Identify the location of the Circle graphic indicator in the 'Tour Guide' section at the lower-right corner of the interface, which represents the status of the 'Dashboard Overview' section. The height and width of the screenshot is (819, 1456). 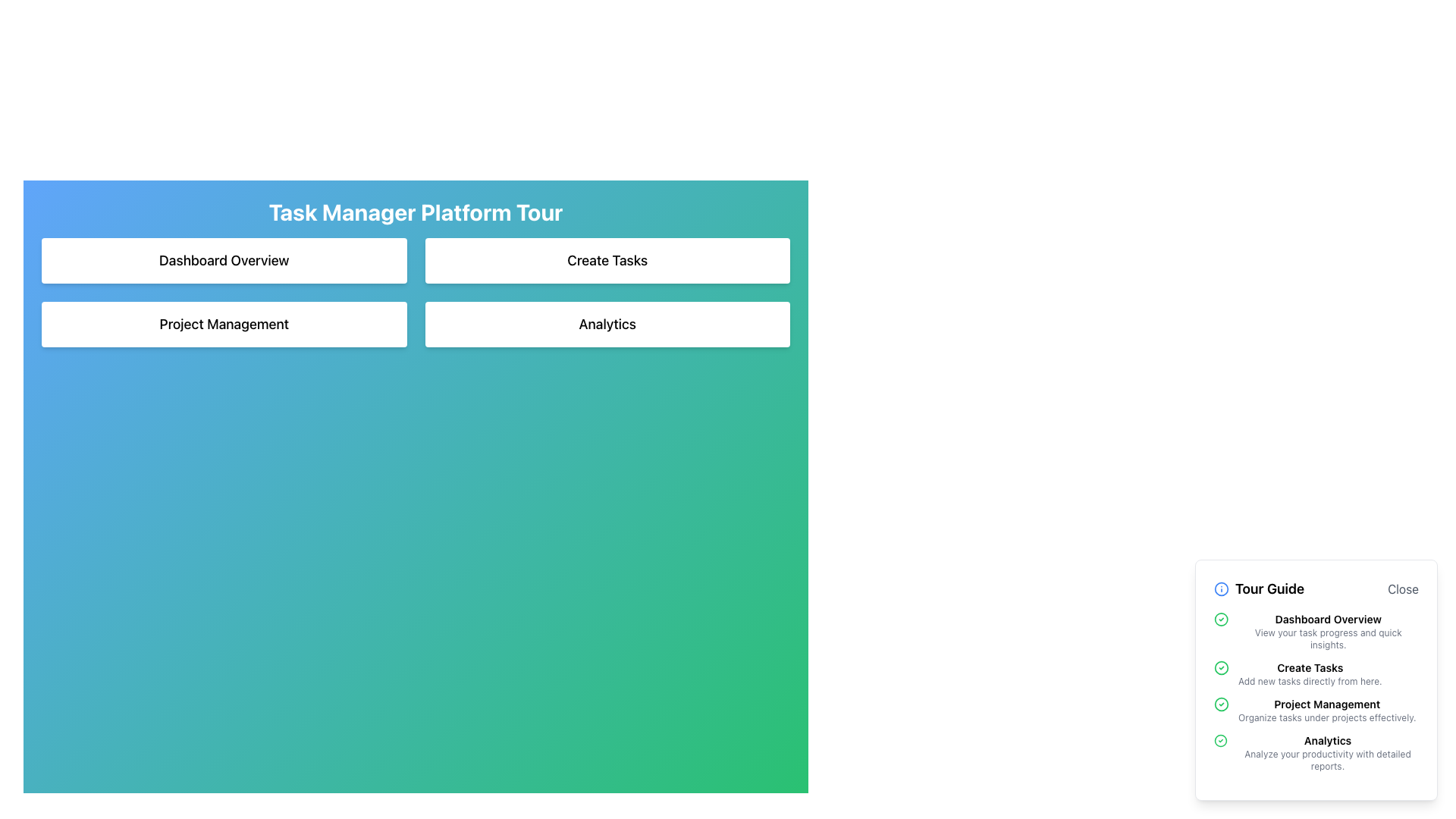
(1222, 667).